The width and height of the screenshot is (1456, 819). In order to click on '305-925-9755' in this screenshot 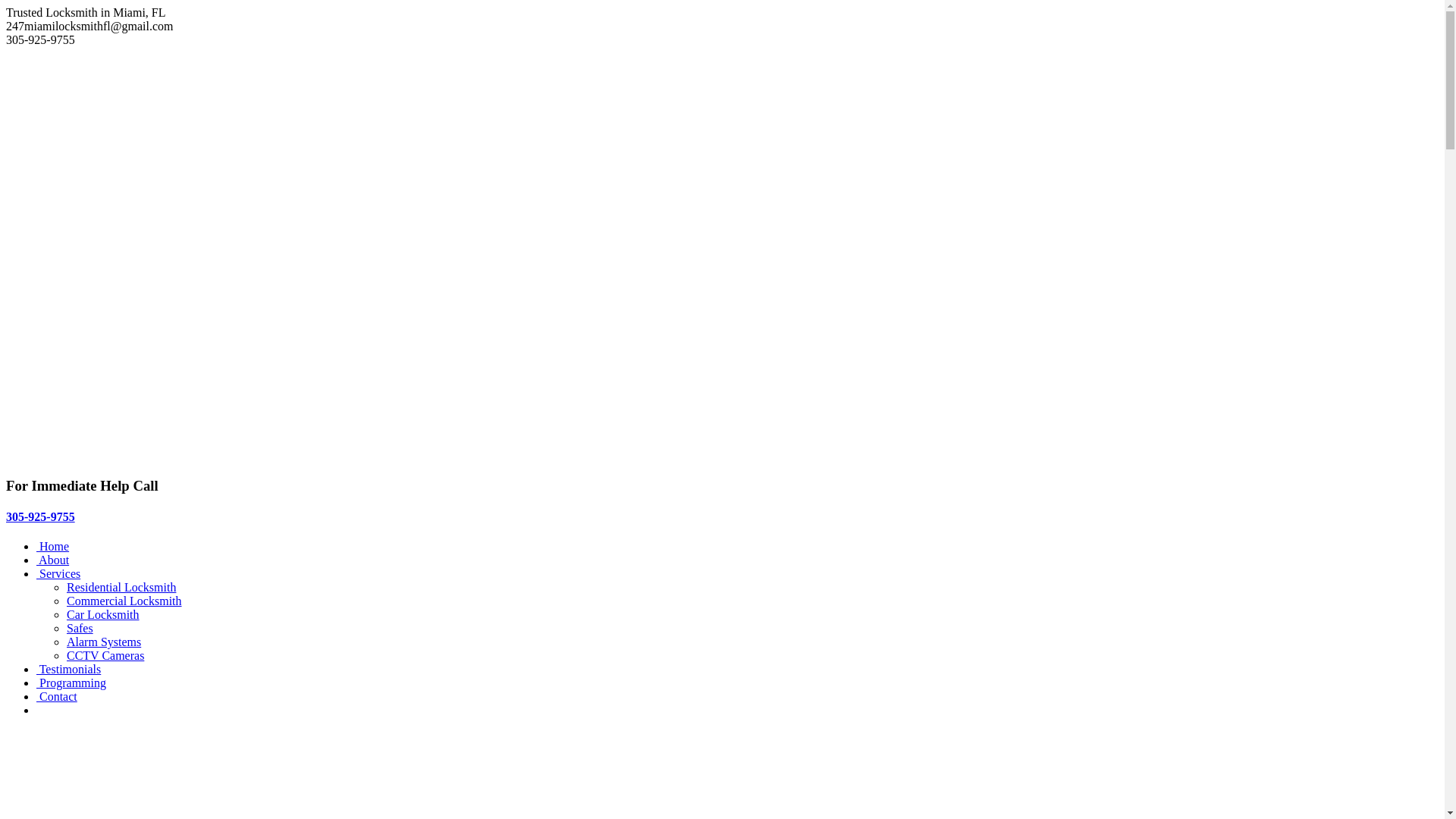, I will do `click(40, 516)`.